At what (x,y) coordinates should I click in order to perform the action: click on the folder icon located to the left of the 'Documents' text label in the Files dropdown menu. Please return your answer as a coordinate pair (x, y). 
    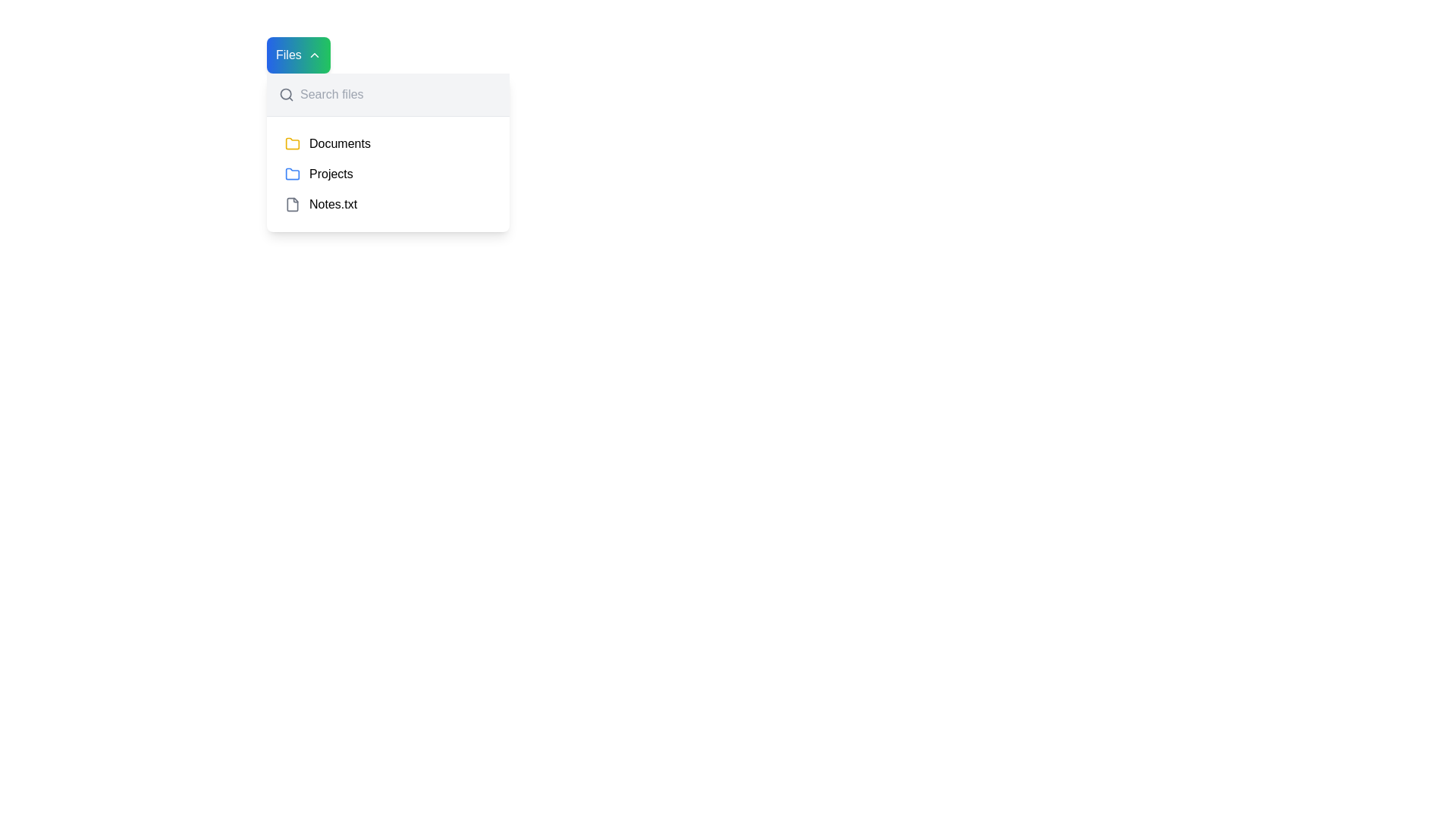
    Looking at the image, I should click on (292, 143).